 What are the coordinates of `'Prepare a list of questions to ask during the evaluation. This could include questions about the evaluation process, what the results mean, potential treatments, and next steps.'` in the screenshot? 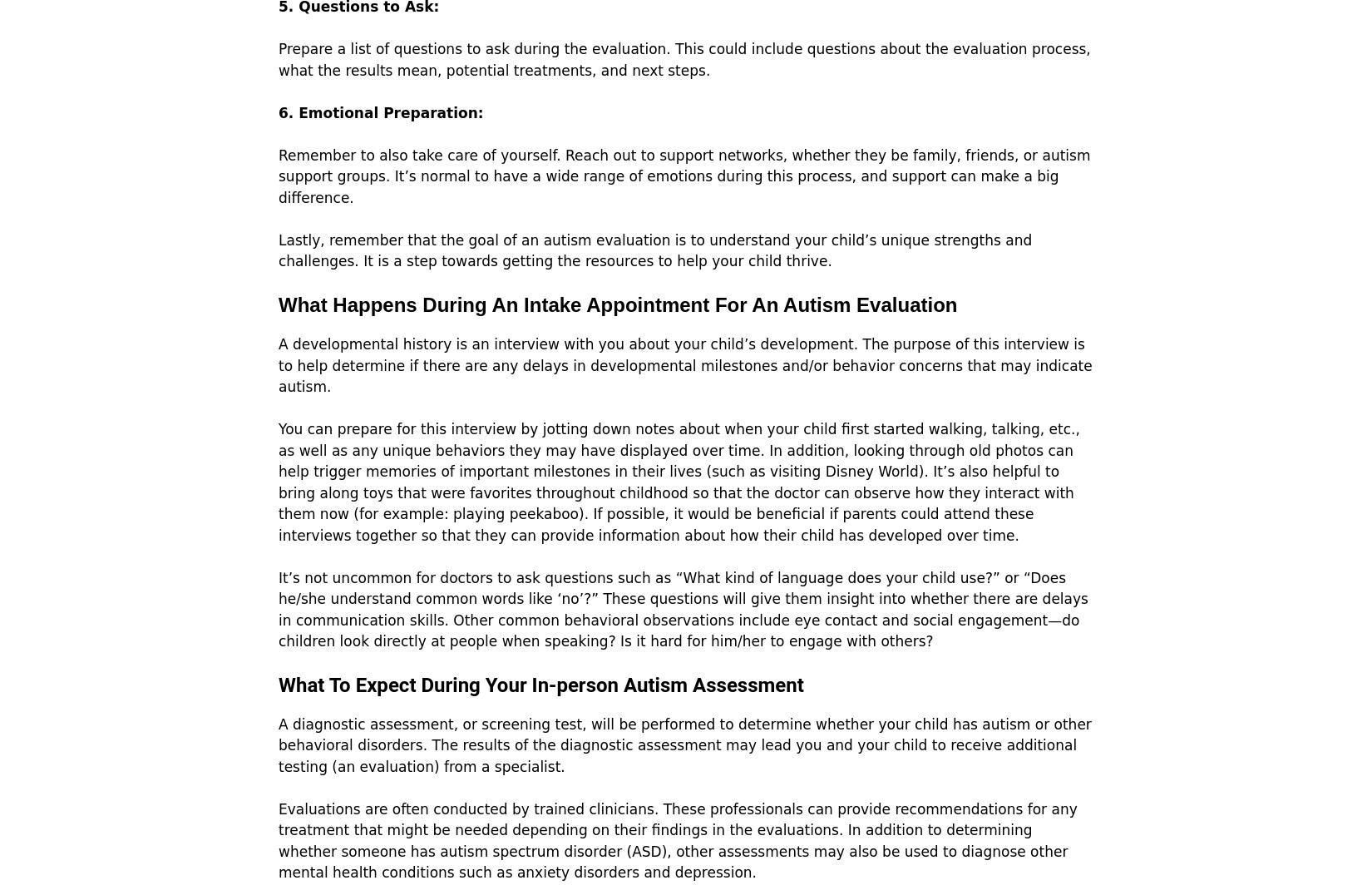 It's located at (278, 59).